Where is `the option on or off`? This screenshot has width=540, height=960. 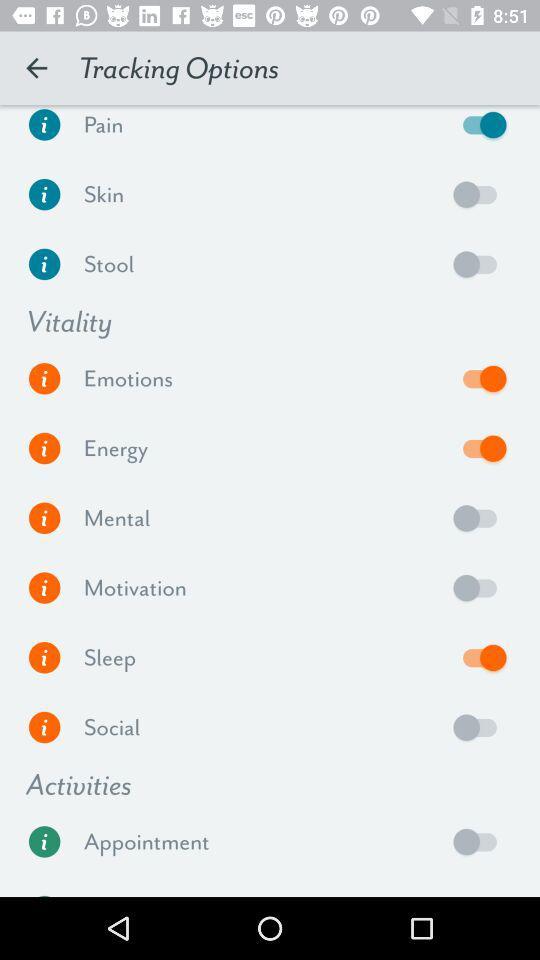 the option on or off is located at coordinates (479, 588).